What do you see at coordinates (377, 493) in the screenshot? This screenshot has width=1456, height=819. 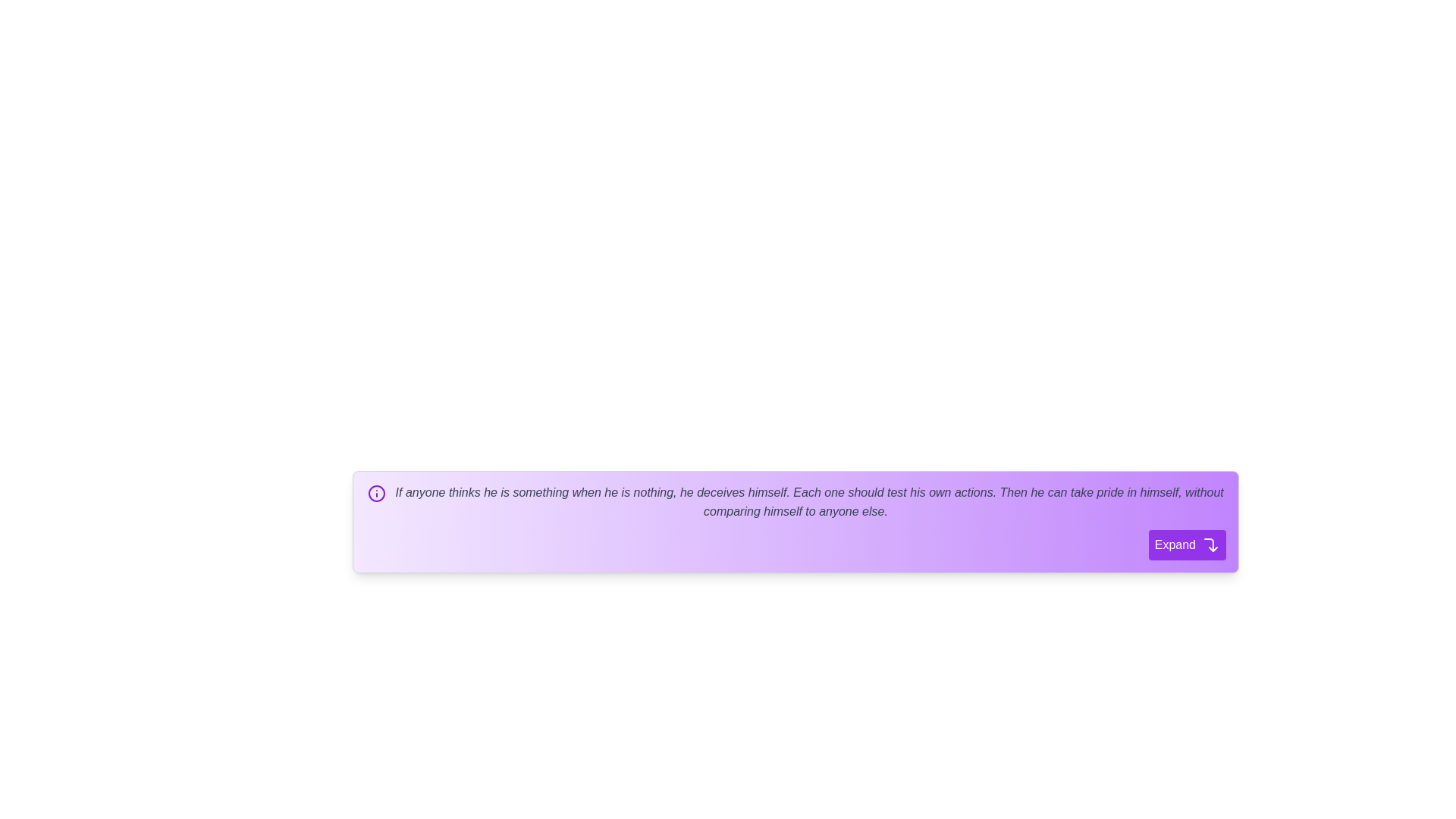 I see `the SVG icon of the information symbol, which is styled in purple and positioned before a block of italic text within a purple-gradient background box` at bounding box center [377, 493].